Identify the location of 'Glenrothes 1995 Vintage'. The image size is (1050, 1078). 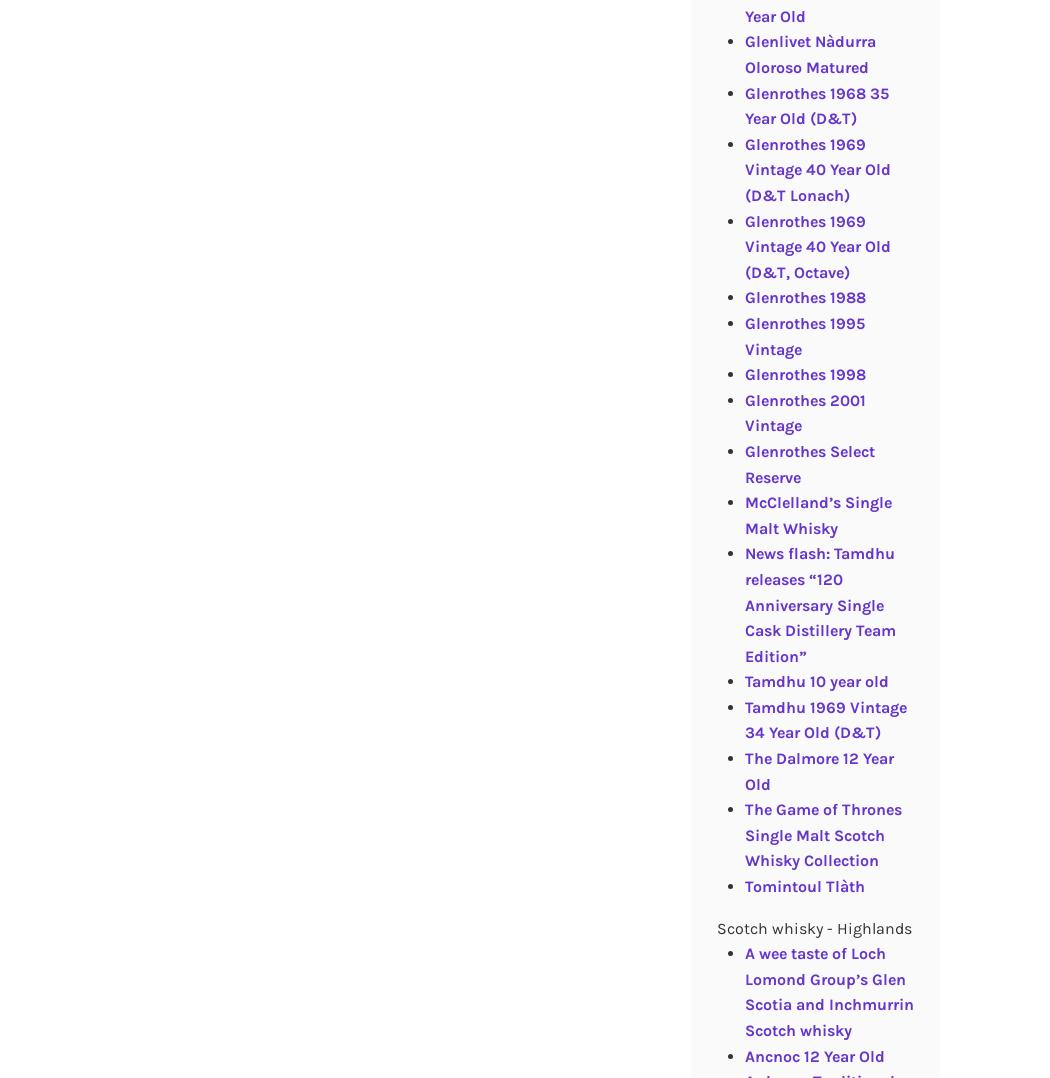
(802, 334).